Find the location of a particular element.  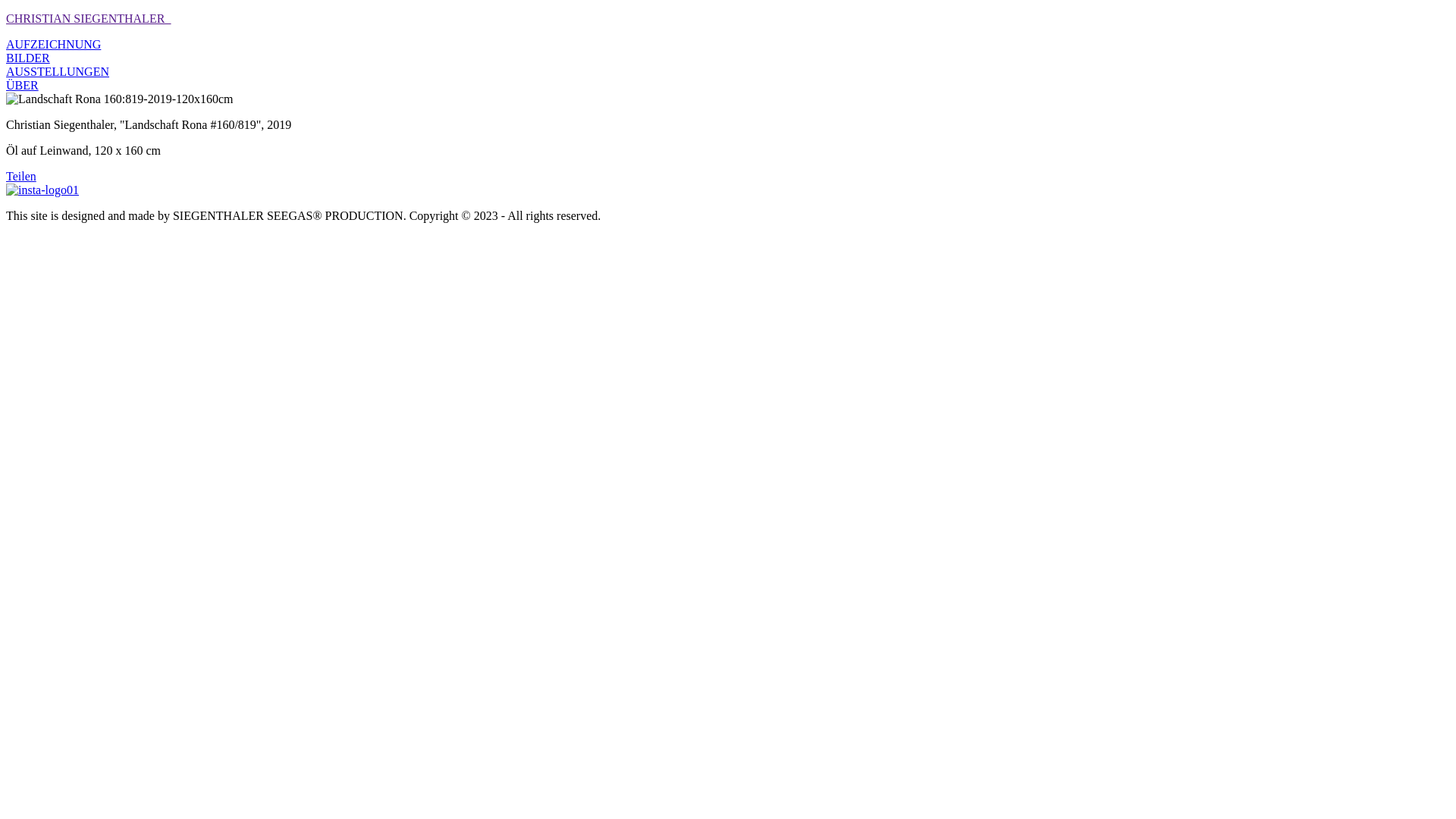

'Teilen' is located at coordinates (21, 175).